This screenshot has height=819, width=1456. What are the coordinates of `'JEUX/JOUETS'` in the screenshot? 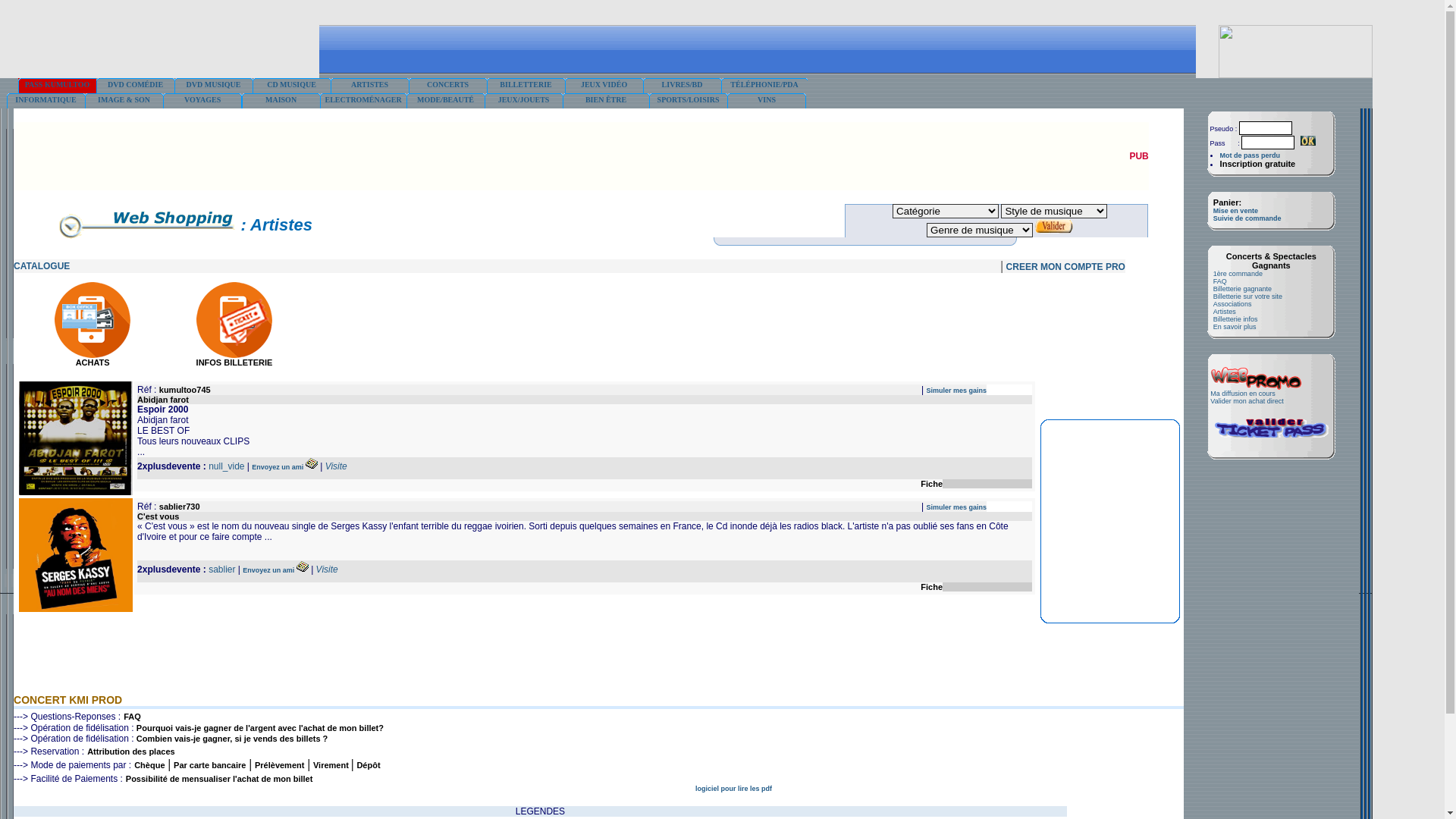 It's located at (523, 100).